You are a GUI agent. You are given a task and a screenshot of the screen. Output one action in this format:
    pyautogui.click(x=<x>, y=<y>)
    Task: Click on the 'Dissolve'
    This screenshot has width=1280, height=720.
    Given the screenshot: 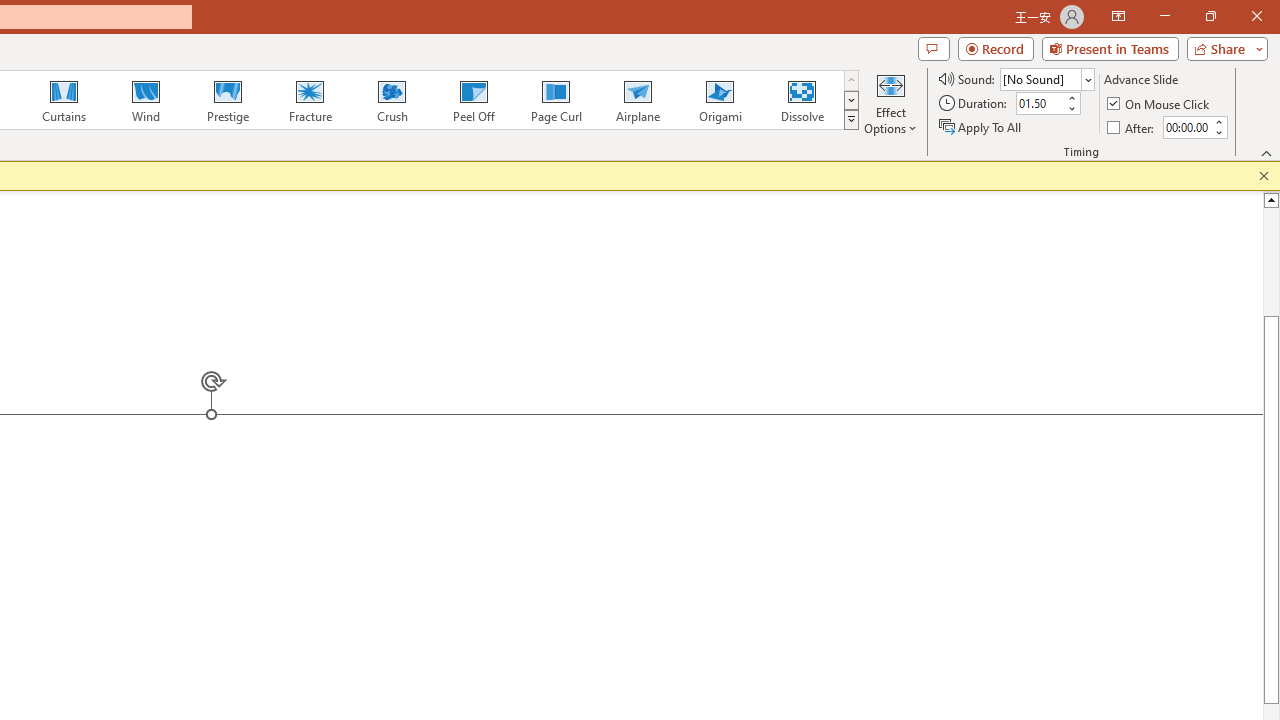 What is the action you would take?
    pyautogui.click(x=802, y=100)
    